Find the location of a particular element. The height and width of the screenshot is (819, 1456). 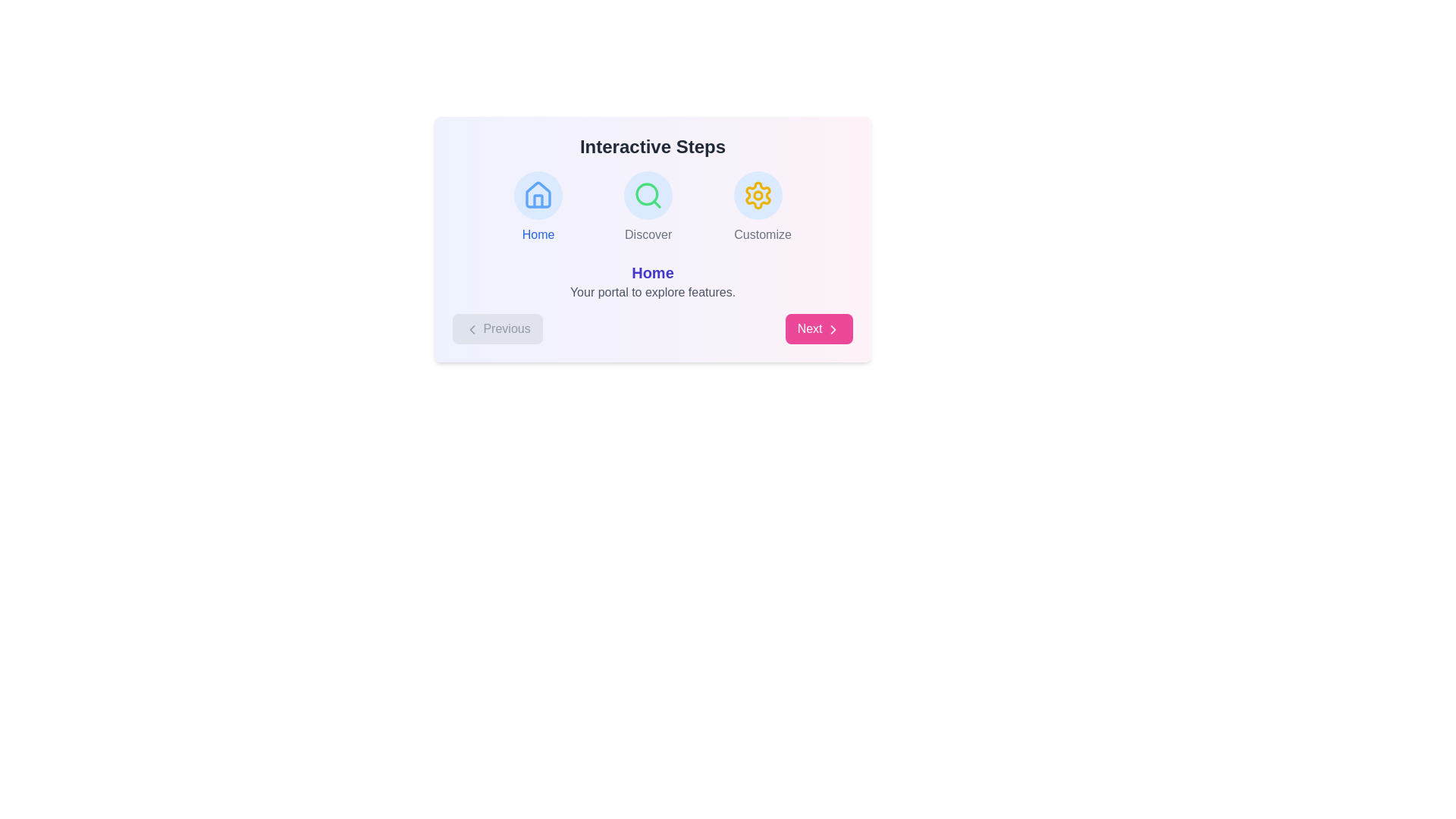

the text label located directly underneath the yellow gear icon in the 'Interactive Steps' section, which serves as a descriptor for the customization feature is located at coordinates (763, 234).